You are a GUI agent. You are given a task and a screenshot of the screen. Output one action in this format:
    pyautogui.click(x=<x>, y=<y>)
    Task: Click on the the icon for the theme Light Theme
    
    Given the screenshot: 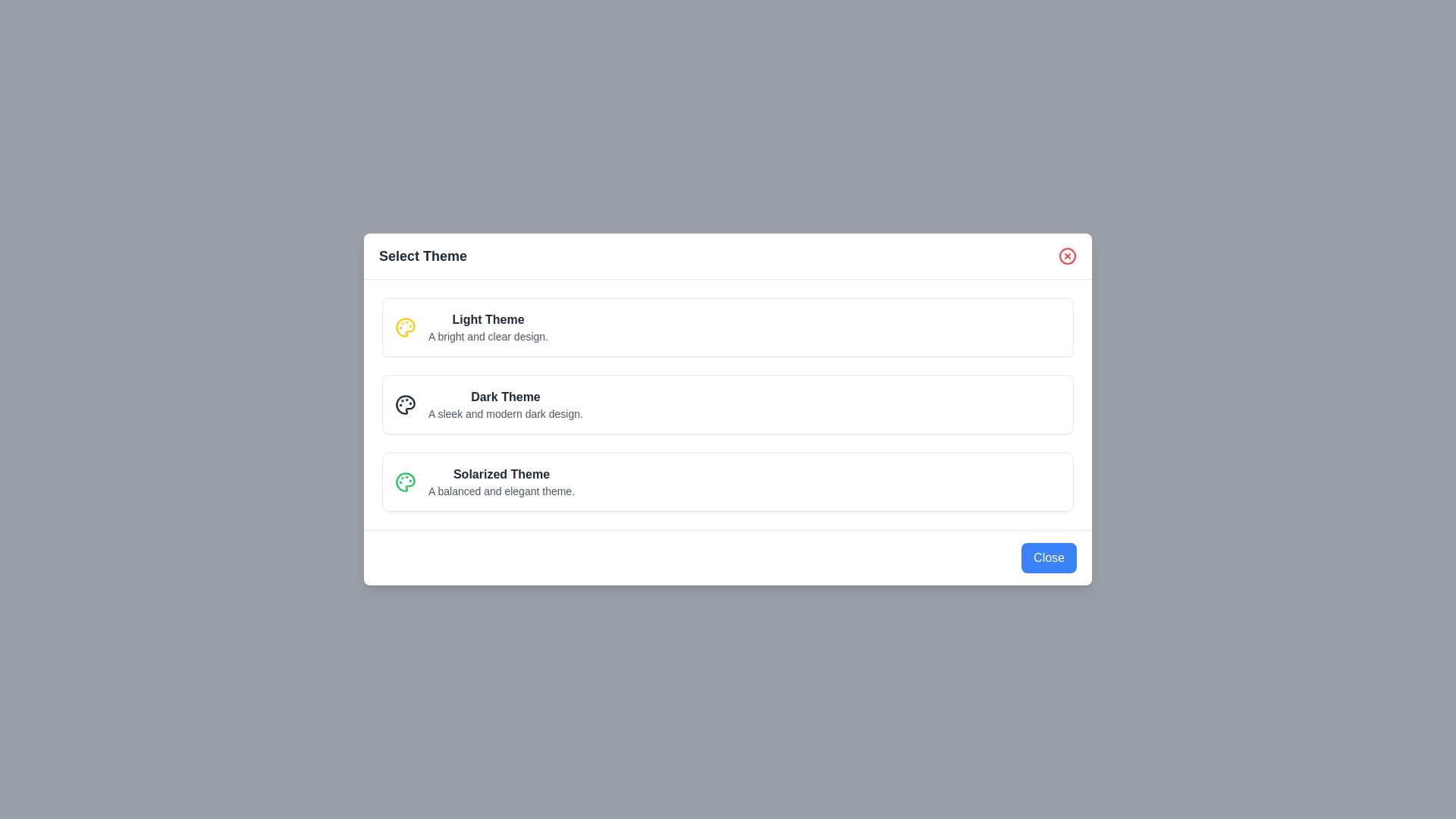 What is the action you would take?
    pyautogui.click(x=405, y=327)
    